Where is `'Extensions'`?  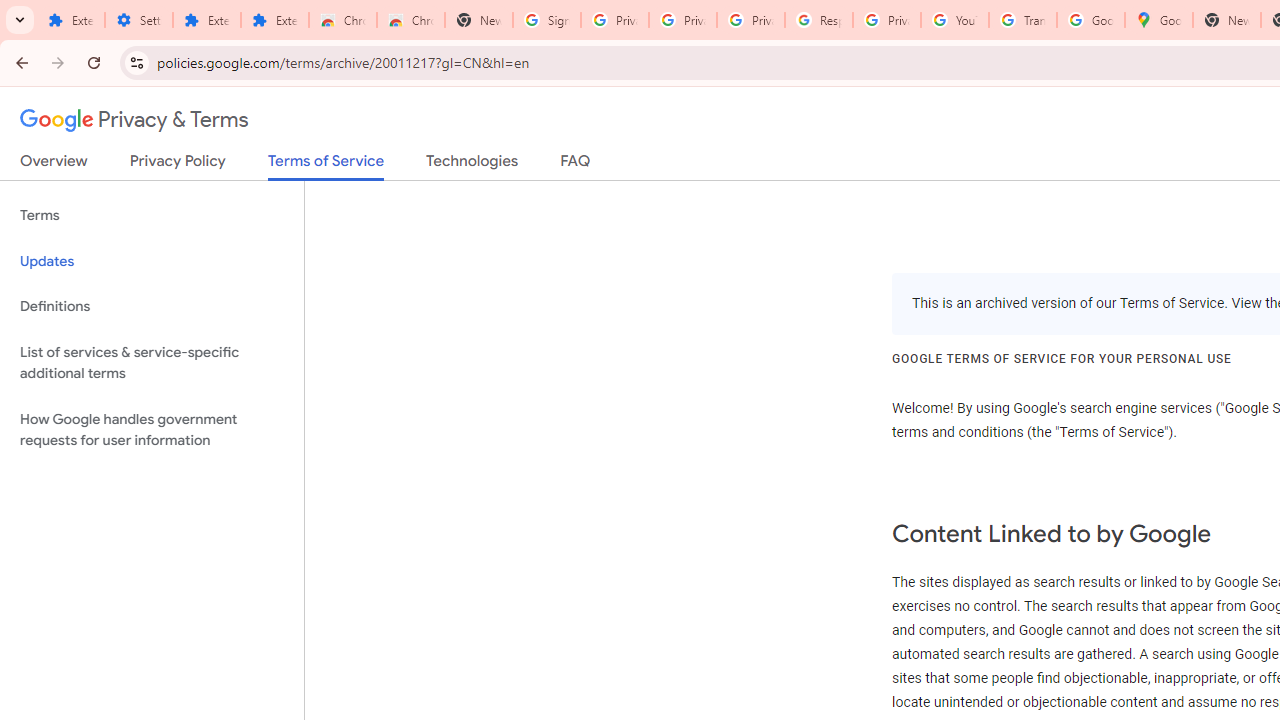 'Extensions' is located at coordinates (206, 20).